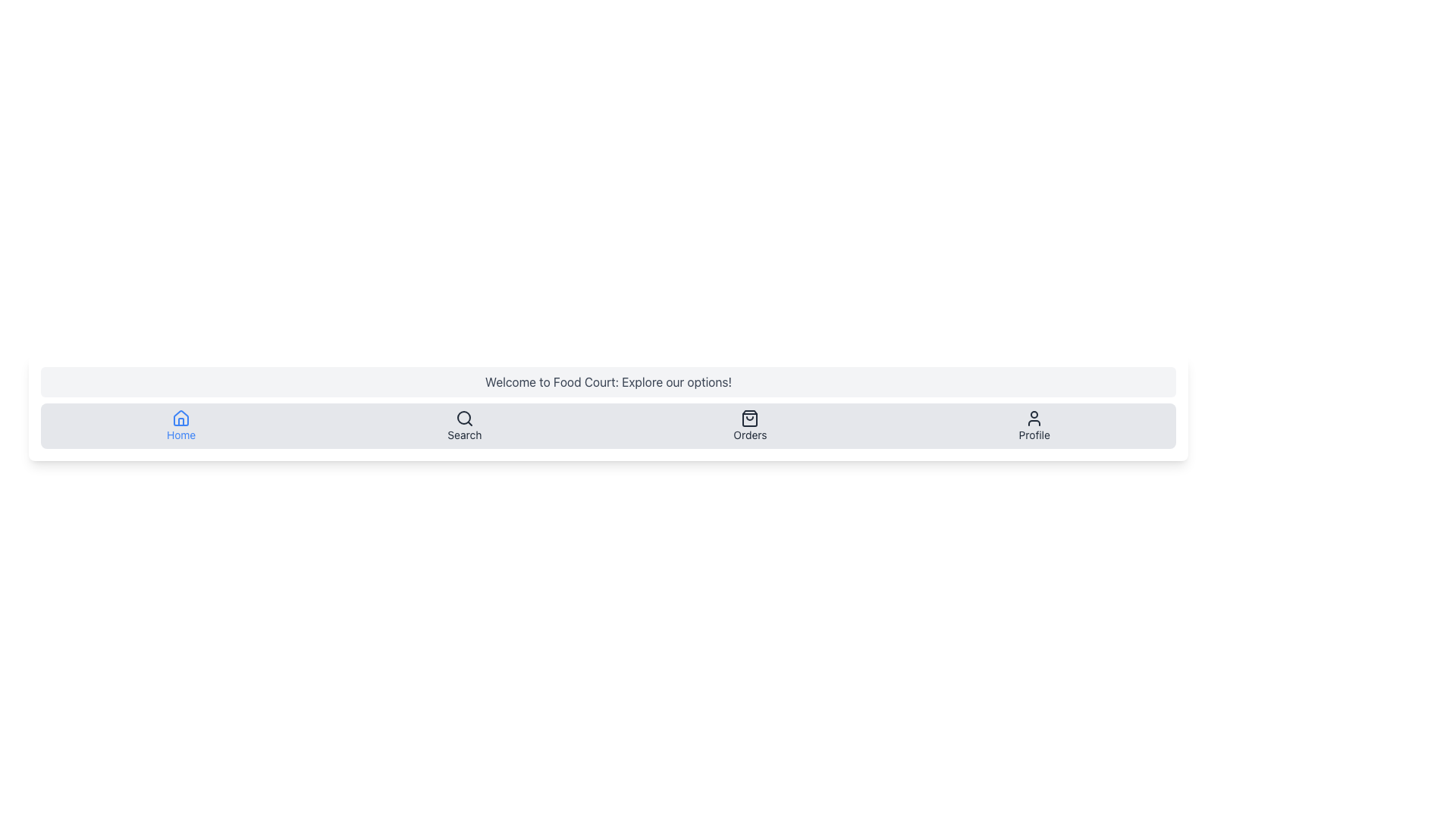  I want to click on the 'Orders' icon located in the bottom navigation bar, which visually represents the 'Orders' section and is the third item from the left, so click(750, 418).